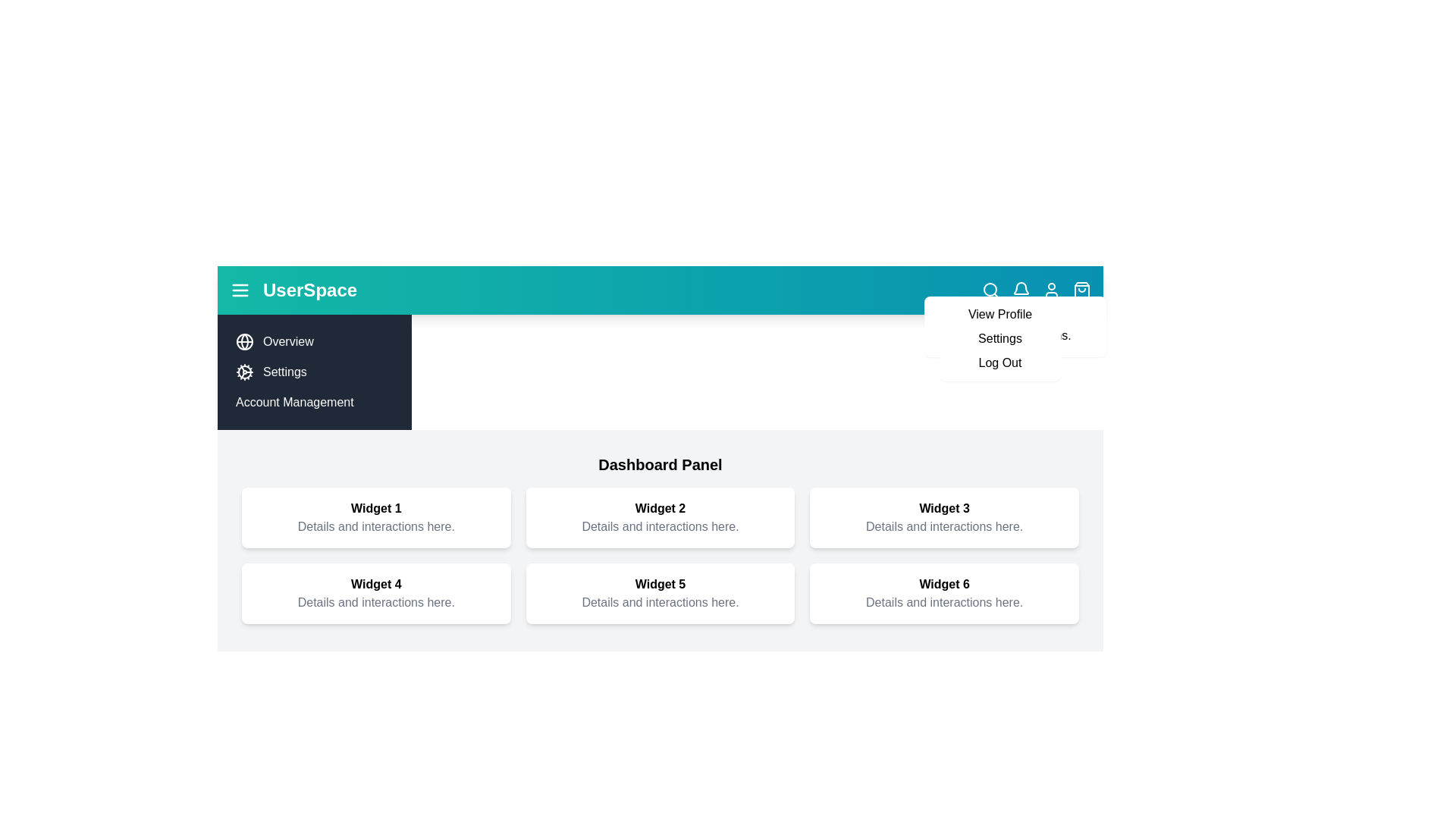  I want to click on the second item in the Sidebar navigation menu, which is located between 'Overview' and 'Account Management', so click(313, 372).